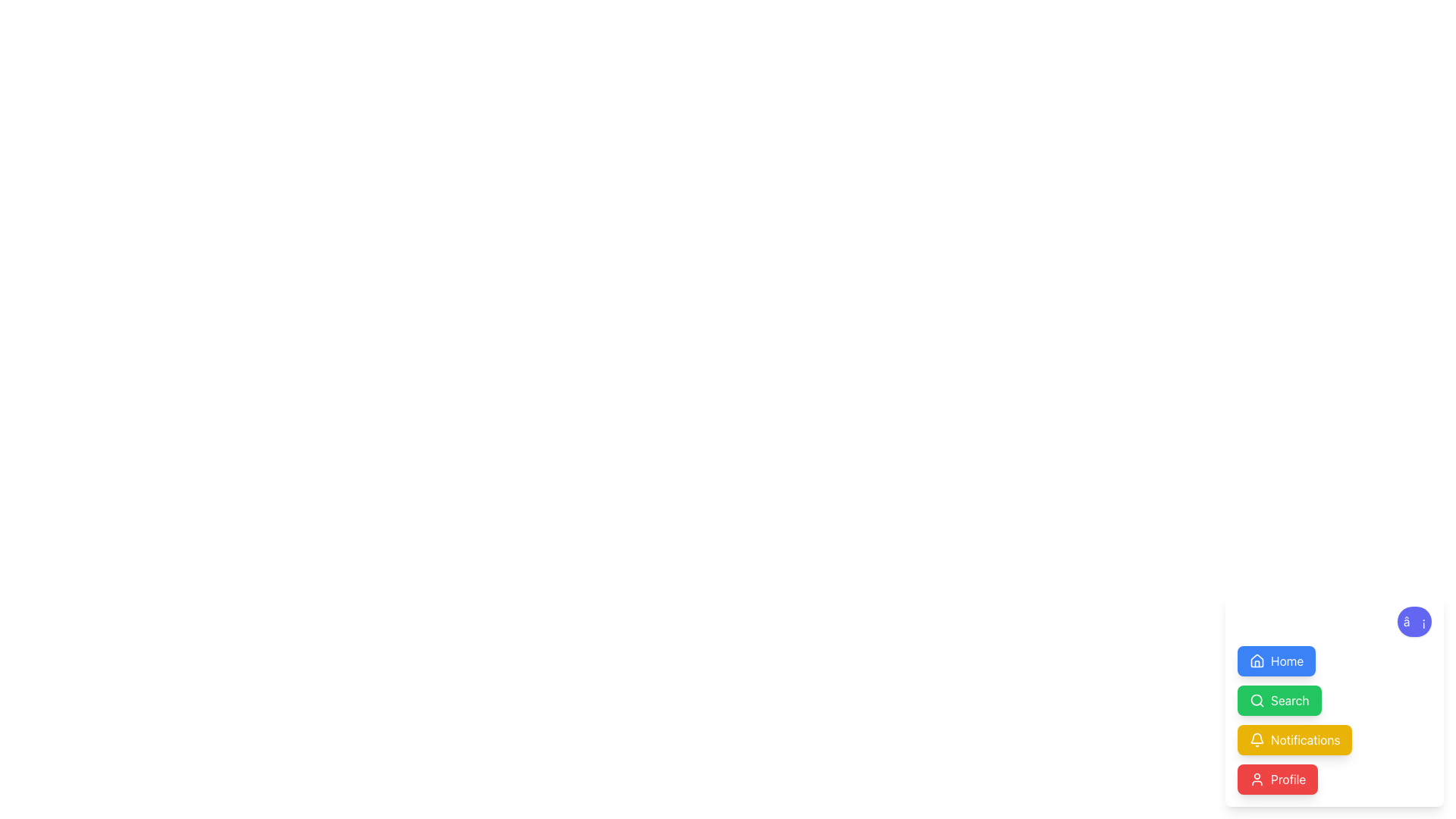  What do you see at coordinates (1289, 701) in the screenshot?
I see `the 'Search' button, which is styled with a green background and white text, located in the bottom-right corner of the interface as the second button in the stack` at bounding box center [1289, 701].